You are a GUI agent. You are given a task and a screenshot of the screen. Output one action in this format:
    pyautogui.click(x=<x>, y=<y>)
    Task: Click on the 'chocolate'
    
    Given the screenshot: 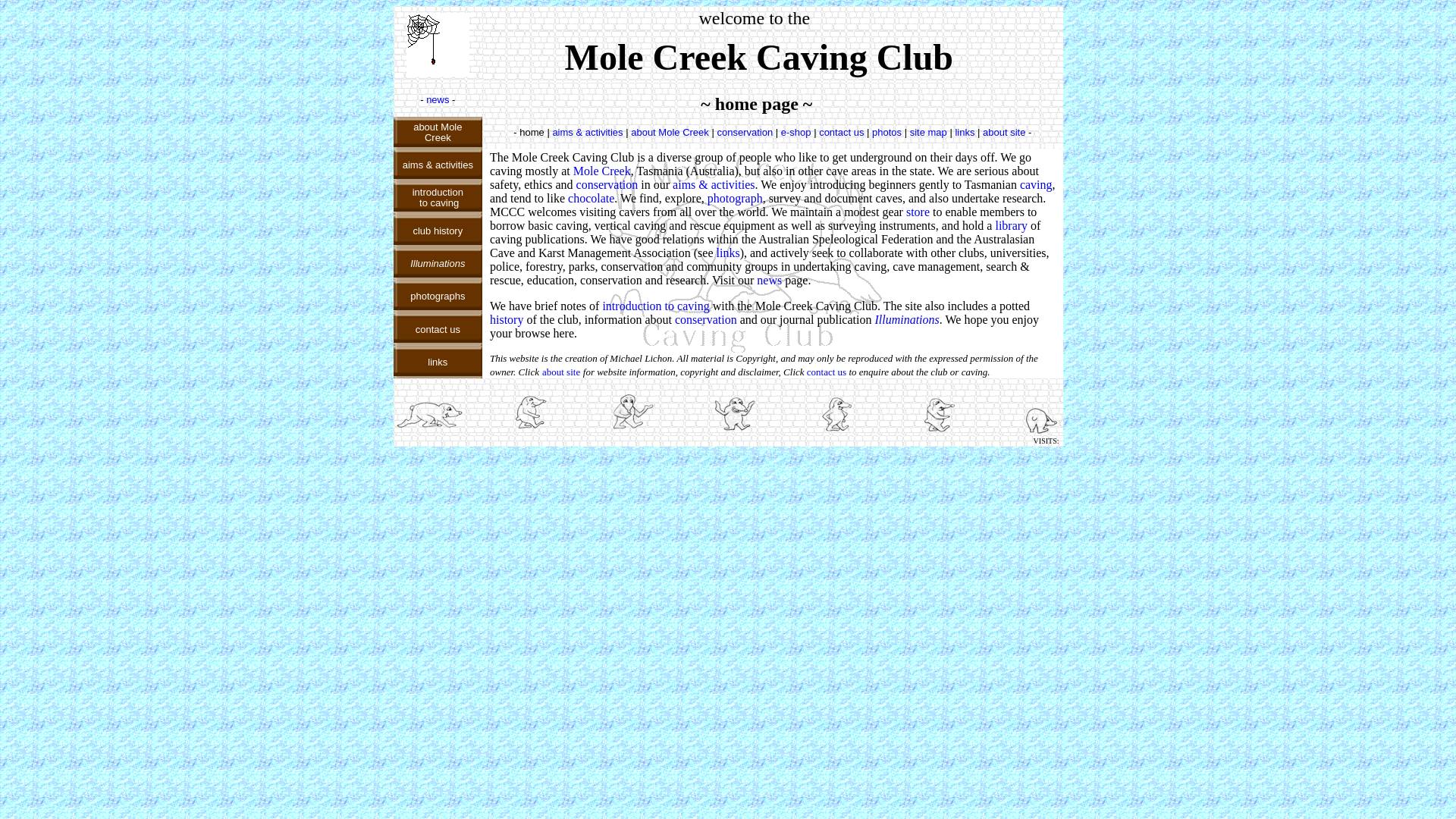 What is the action you would take?
    pyautogui.click(x=566, y=197)
    